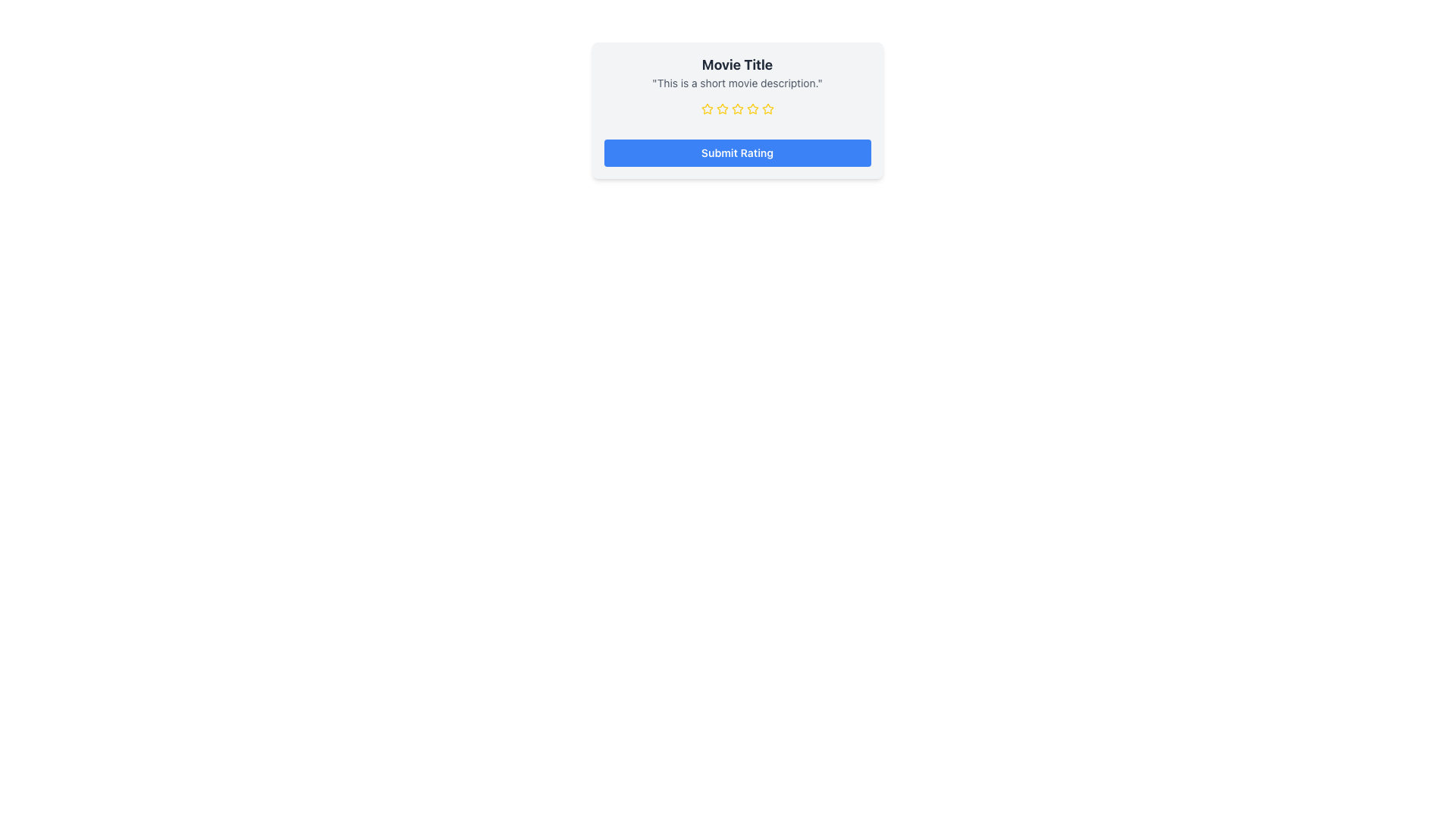 The height and width of the screenshot is (819, 1456). I want to click on the fourth yellow rating star icon from the left, located below the movie title and description, so click(767, 108).